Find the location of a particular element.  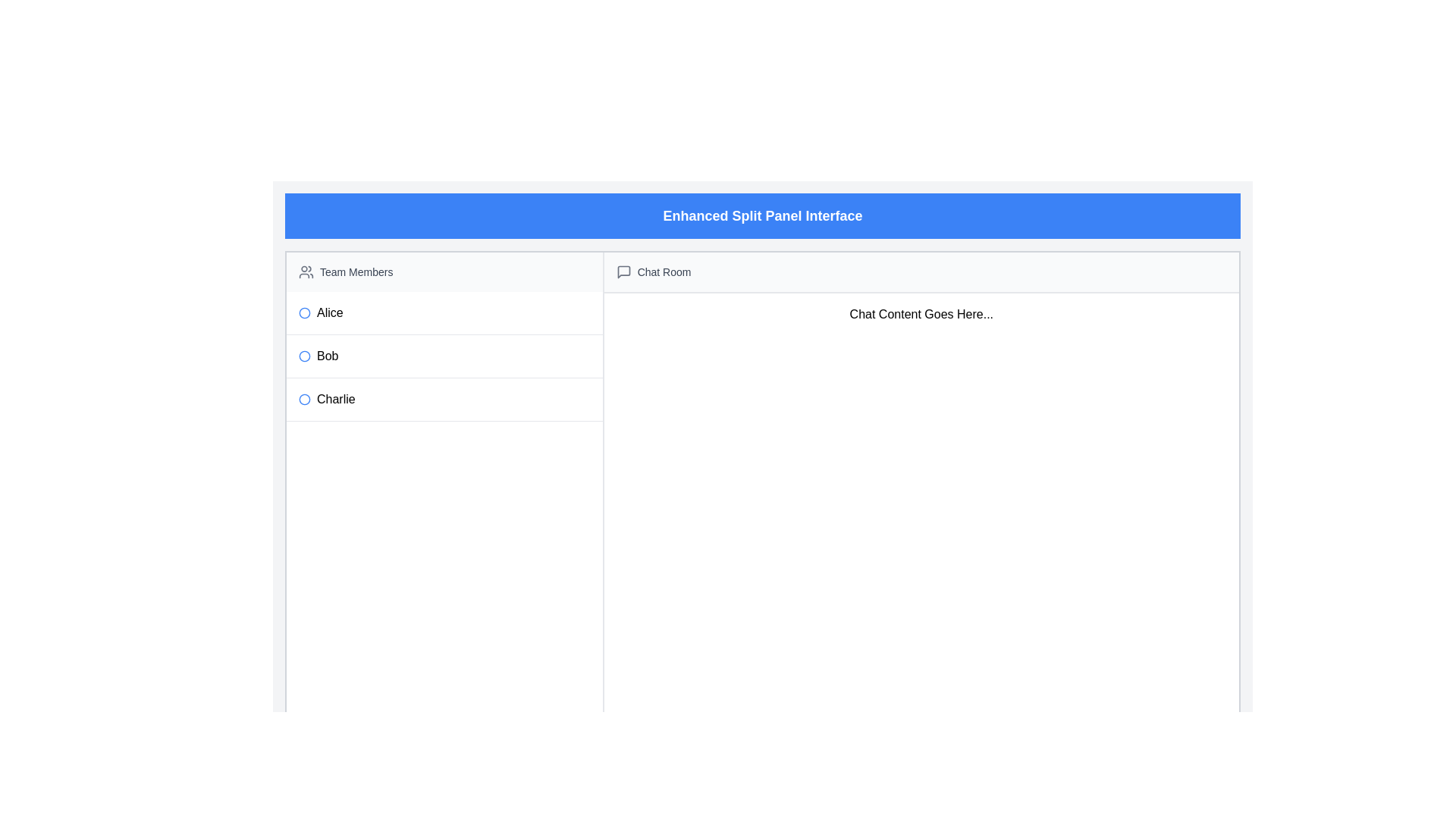

the blue circular icon preceding the name 'Alice' in the first item of the vertical list of team members on the left panel is located at coordinates (304, 312).